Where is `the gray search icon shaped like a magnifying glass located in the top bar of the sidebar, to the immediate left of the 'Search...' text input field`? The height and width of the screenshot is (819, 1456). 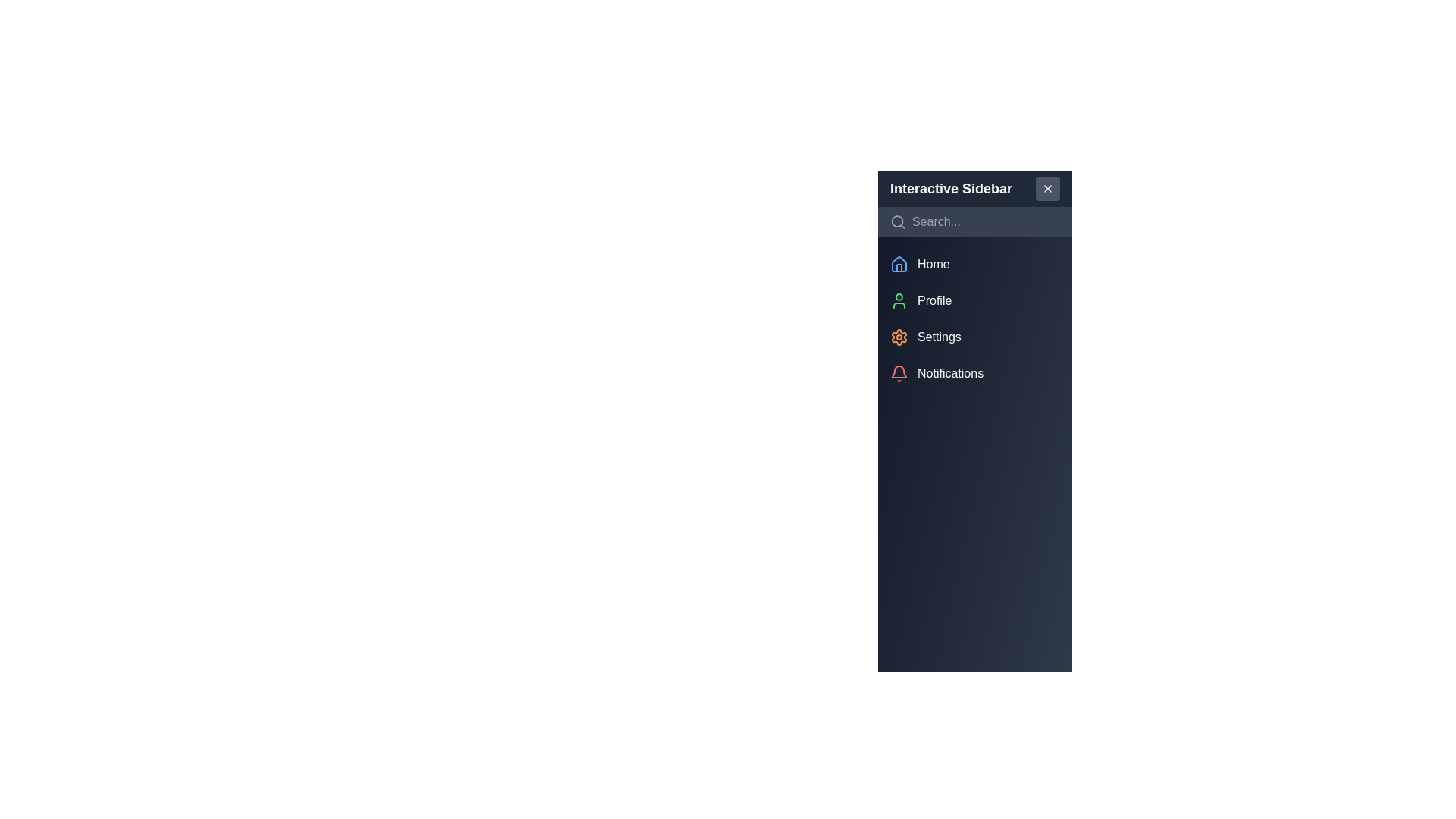 the gray search icon shaped like a magnifying glass located in the top bar of the sidebar, to the immediate left of the 'Search...' text input field is located at coordinates (898, 222).